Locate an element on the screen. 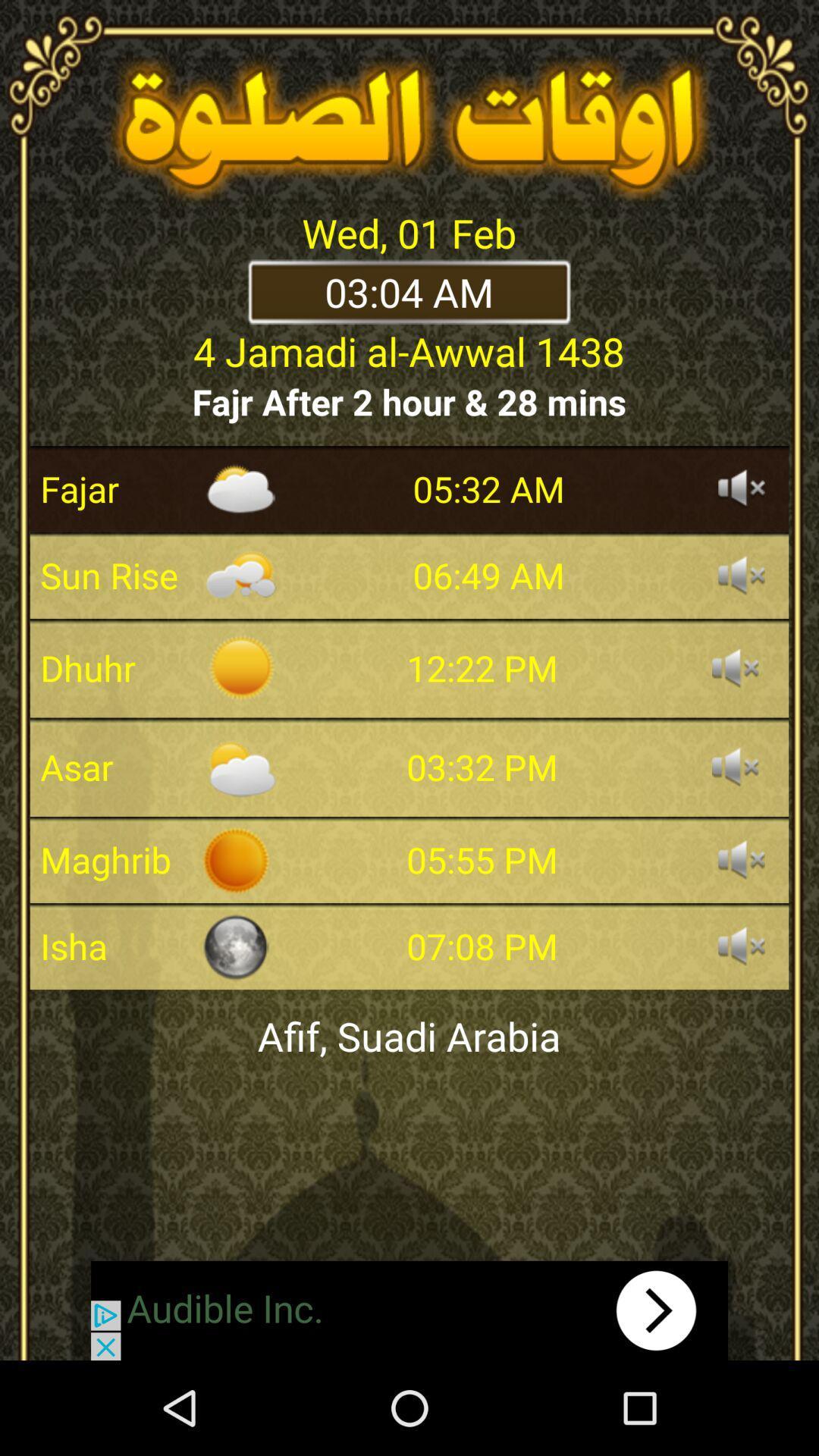 The width and height of the screenshot is (819, 1456). the volume icon is located at coordinates (734, 767).